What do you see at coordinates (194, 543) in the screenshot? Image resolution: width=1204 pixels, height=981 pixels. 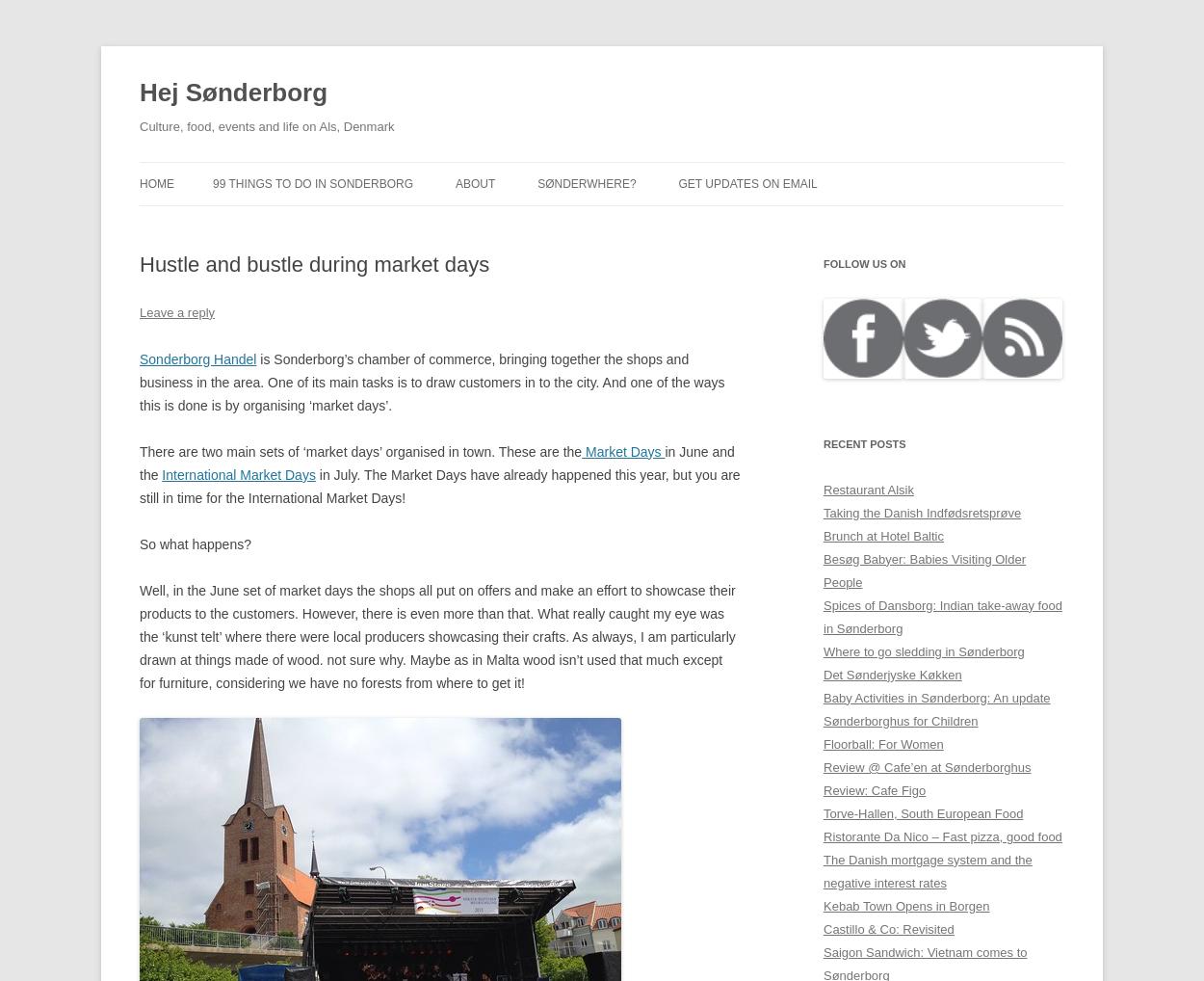 I see `'So what happens?'` at bounding box center [194, 543].